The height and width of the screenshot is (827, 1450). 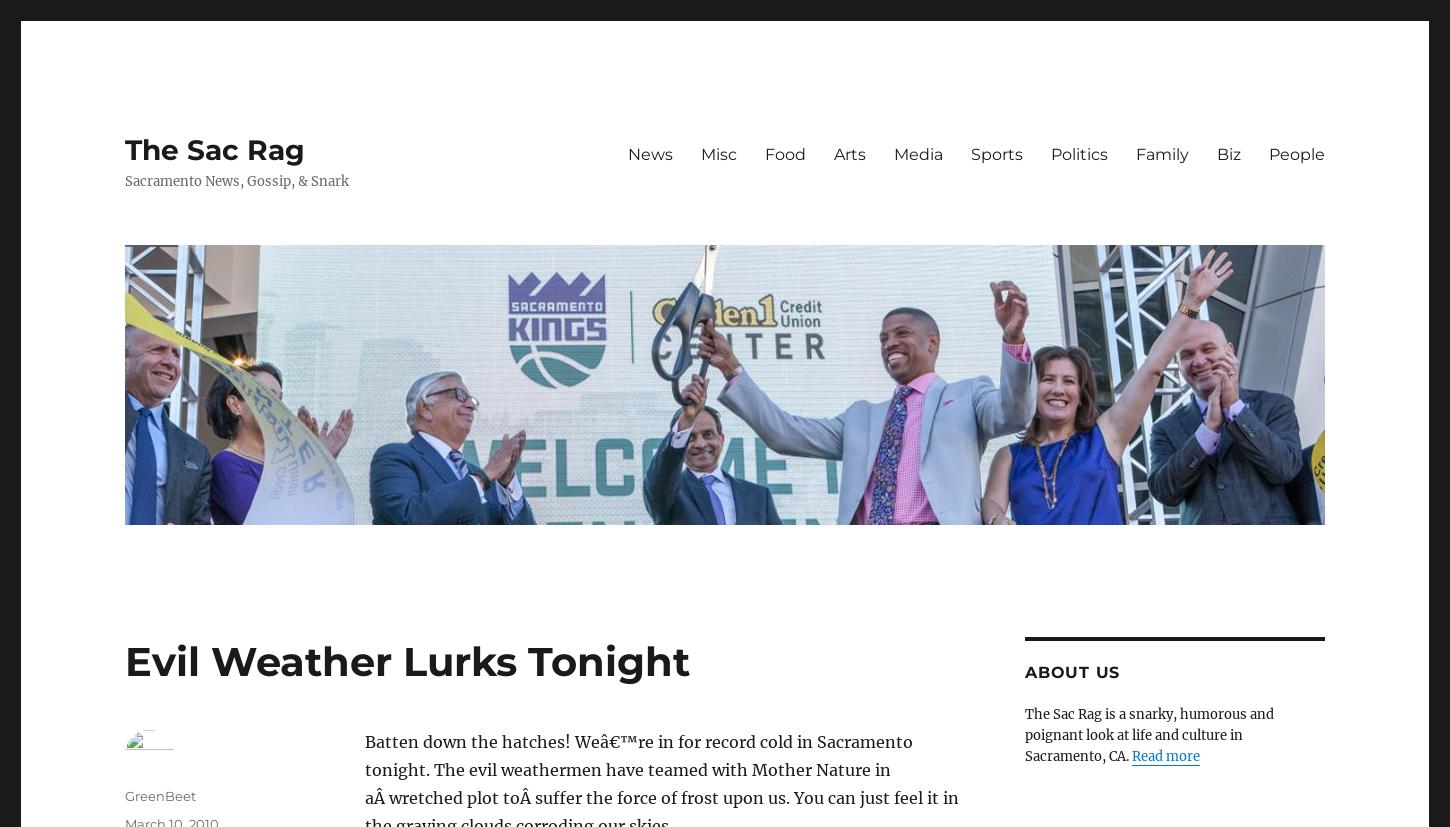 I want to click on 'People', so click(x=1297, y=153).